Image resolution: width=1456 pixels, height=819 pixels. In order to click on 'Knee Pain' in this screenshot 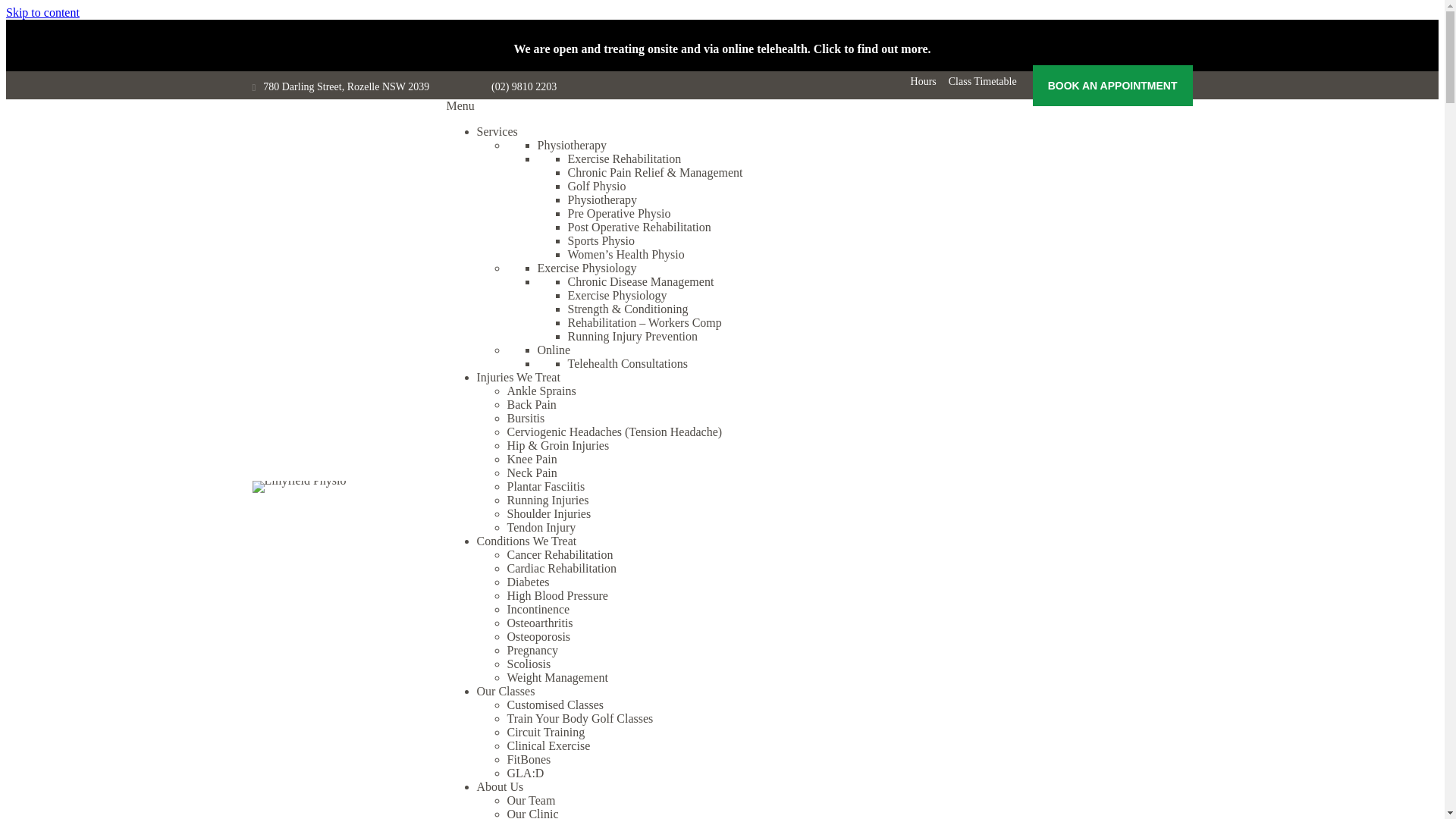, I will do `click(506, 458)`.